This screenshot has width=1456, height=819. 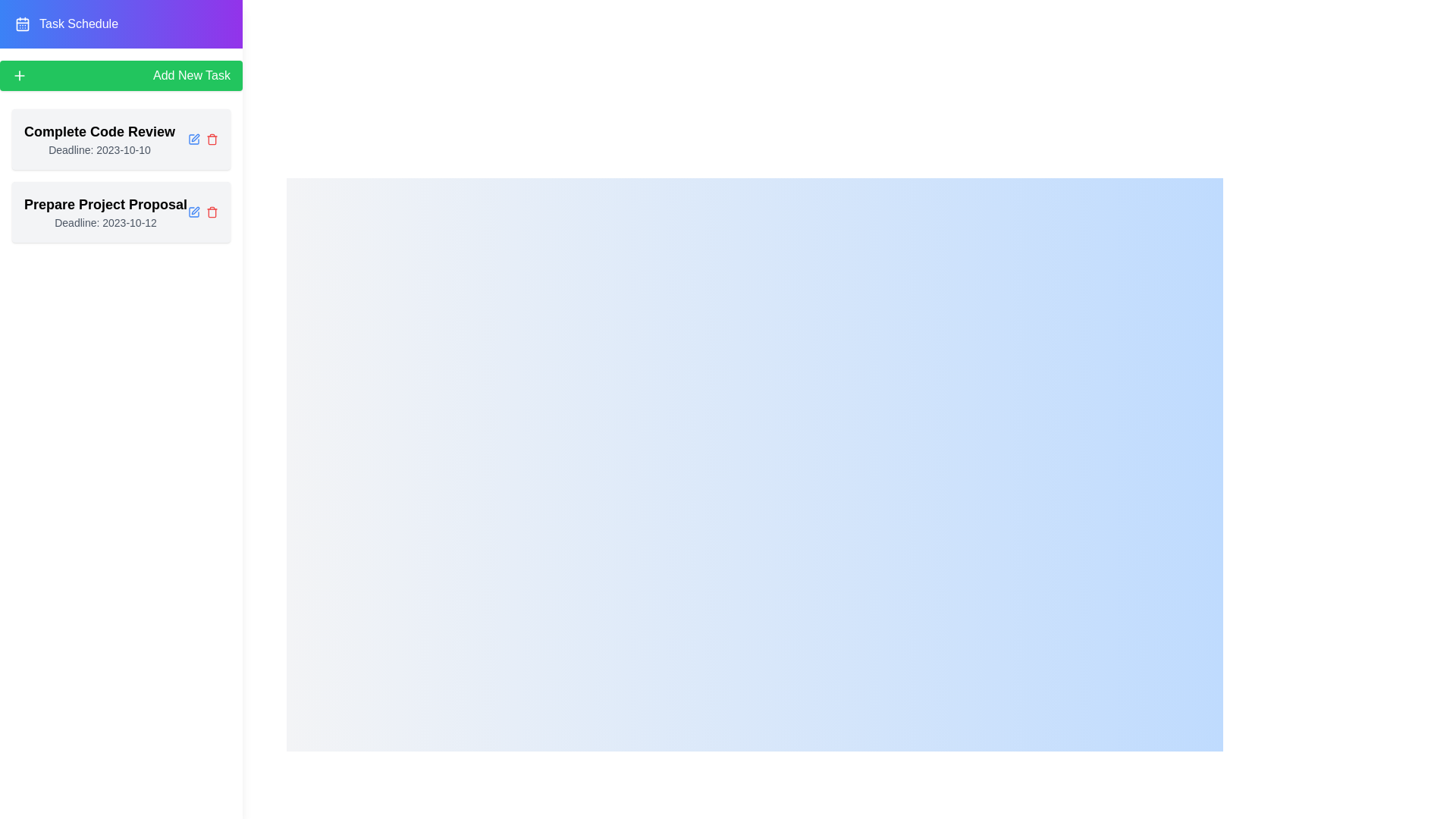 What do you see at coordinates (193, 212) in the screenshot?
I see `the edit button for the task titled 'Prepare Project Proposal'` at bounding box center [193, 212].